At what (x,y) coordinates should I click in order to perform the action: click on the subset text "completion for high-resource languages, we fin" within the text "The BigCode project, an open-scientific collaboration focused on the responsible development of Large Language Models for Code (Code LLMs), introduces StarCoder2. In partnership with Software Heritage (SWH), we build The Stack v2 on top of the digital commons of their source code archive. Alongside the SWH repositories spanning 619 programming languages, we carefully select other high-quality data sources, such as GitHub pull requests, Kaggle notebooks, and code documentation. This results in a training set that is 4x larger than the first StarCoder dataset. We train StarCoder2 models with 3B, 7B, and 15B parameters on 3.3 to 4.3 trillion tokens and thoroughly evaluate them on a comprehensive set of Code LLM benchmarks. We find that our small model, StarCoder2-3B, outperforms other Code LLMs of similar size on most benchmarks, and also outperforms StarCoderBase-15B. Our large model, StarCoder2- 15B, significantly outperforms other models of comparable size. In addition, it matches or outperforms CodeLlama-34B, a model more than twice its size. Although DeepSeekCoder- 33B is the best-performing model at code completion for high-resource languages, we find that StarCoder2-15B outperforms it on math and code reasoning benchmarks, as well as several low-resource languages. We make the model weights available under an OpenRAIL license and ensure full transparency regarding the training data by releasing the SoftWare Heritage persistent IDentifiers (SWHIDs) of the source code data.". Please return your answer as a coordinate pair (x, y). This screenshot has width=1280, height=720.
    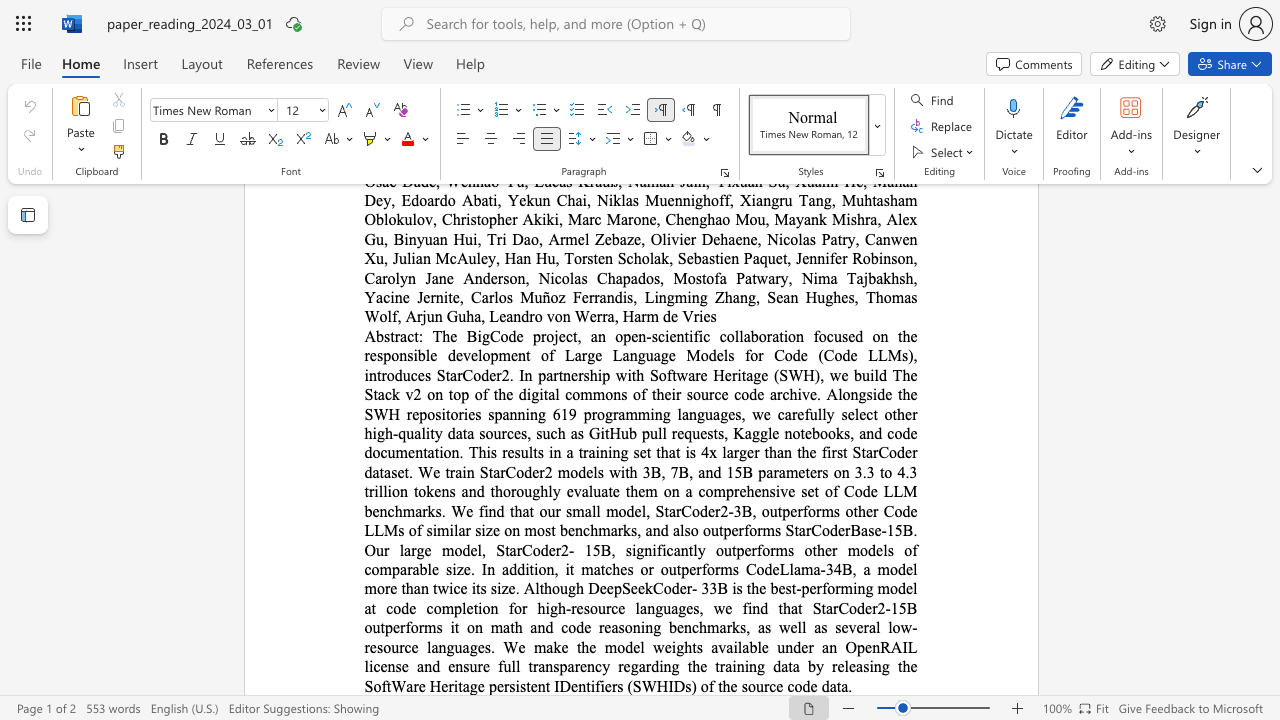
    Looking at the image, I should click on (425, 607).